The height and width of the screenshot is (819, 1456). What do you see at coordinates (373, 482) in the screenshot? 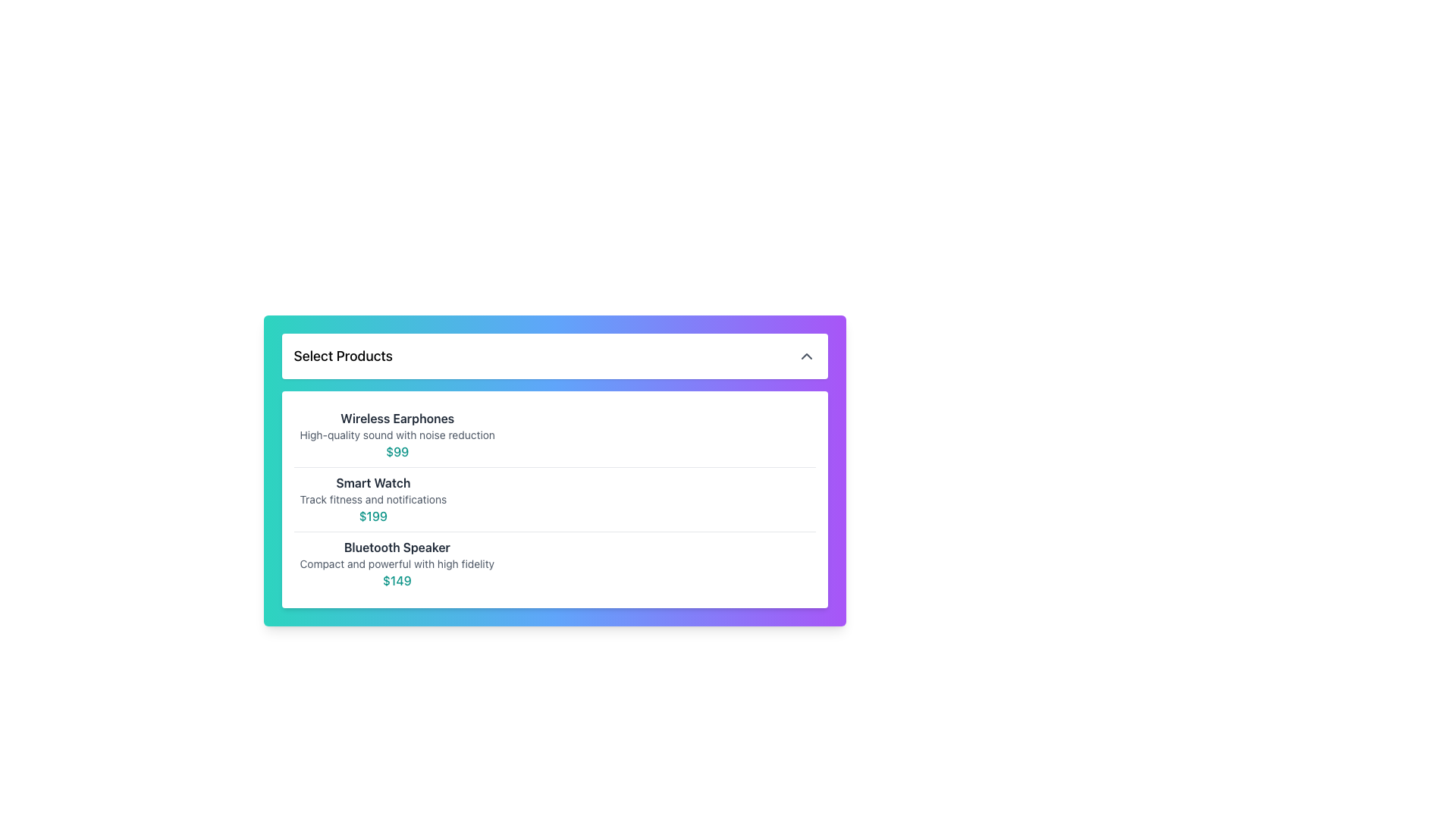
I see `the bold text label that reads 'Smart Watch', which is styled with a strong font weight and dark gray color, positioned under the 'Select Products' section` at bounding box center [373, 482].